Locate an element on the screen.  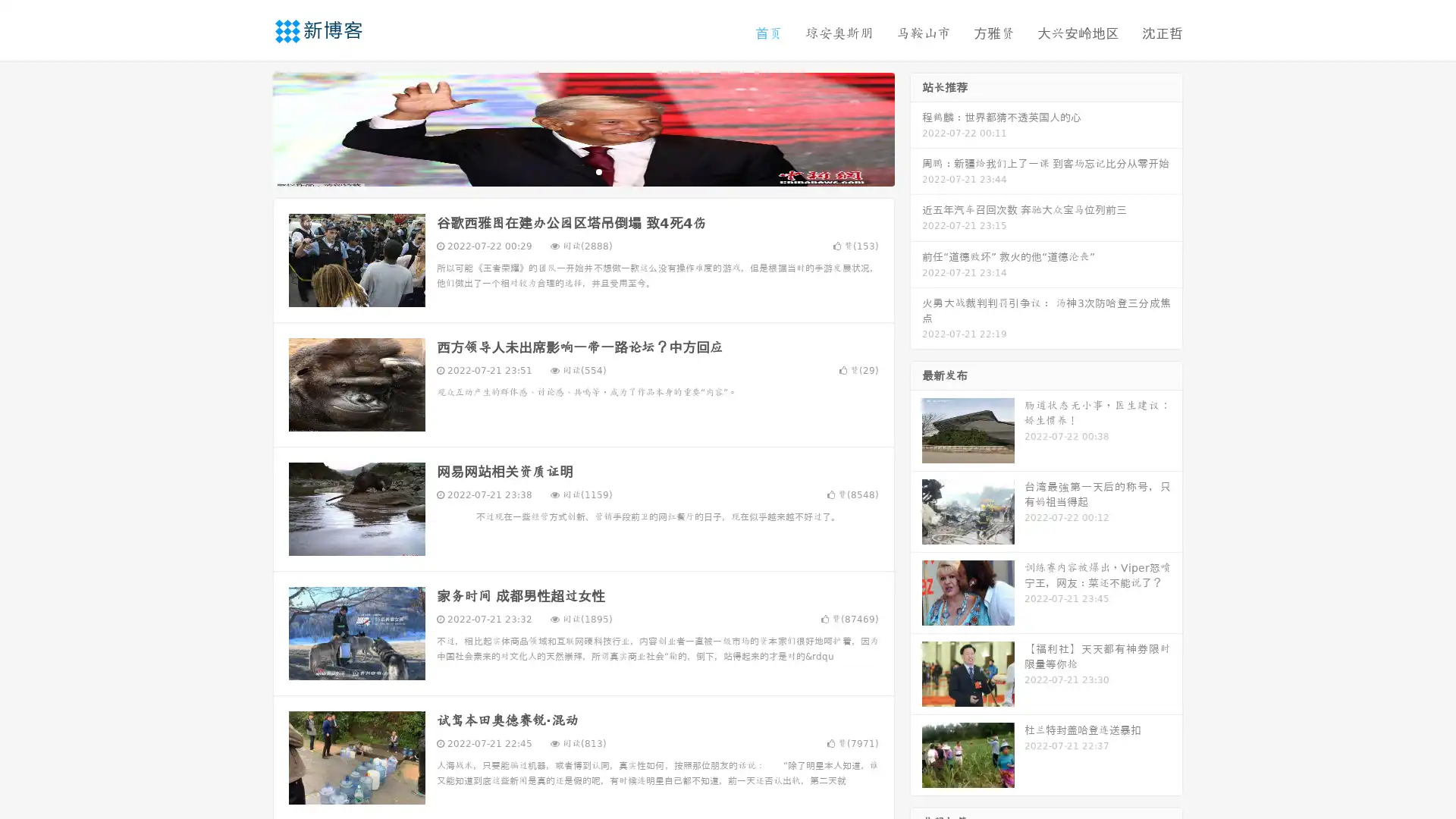
Go to slide 3 is located at coordinates (598, 171).